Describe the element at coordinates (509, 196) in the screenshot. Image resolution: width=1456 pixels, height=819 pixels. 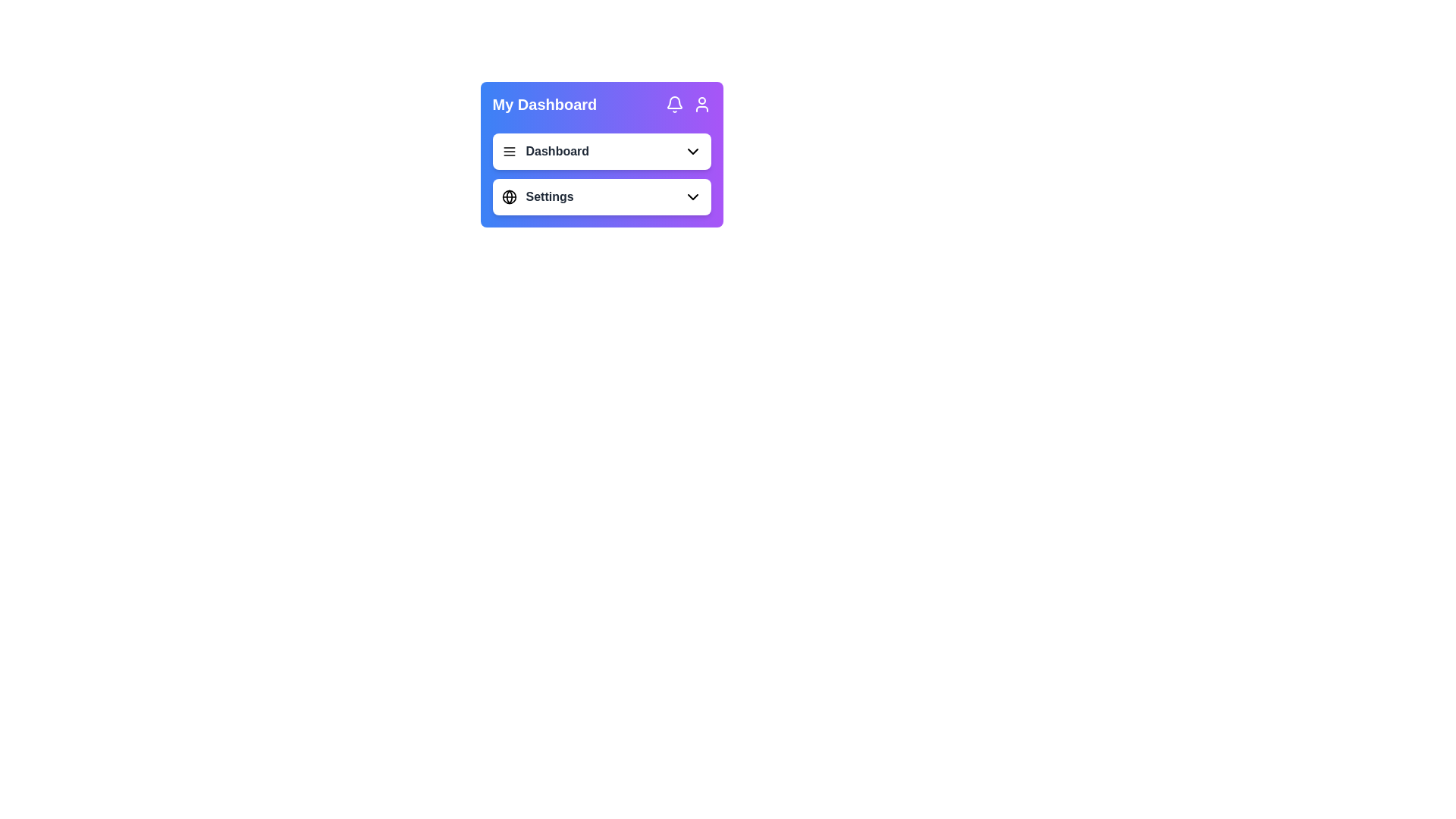
I see `the circular graphical icon with a black stroke, located in the top right corner of the purple header bar` at that location.